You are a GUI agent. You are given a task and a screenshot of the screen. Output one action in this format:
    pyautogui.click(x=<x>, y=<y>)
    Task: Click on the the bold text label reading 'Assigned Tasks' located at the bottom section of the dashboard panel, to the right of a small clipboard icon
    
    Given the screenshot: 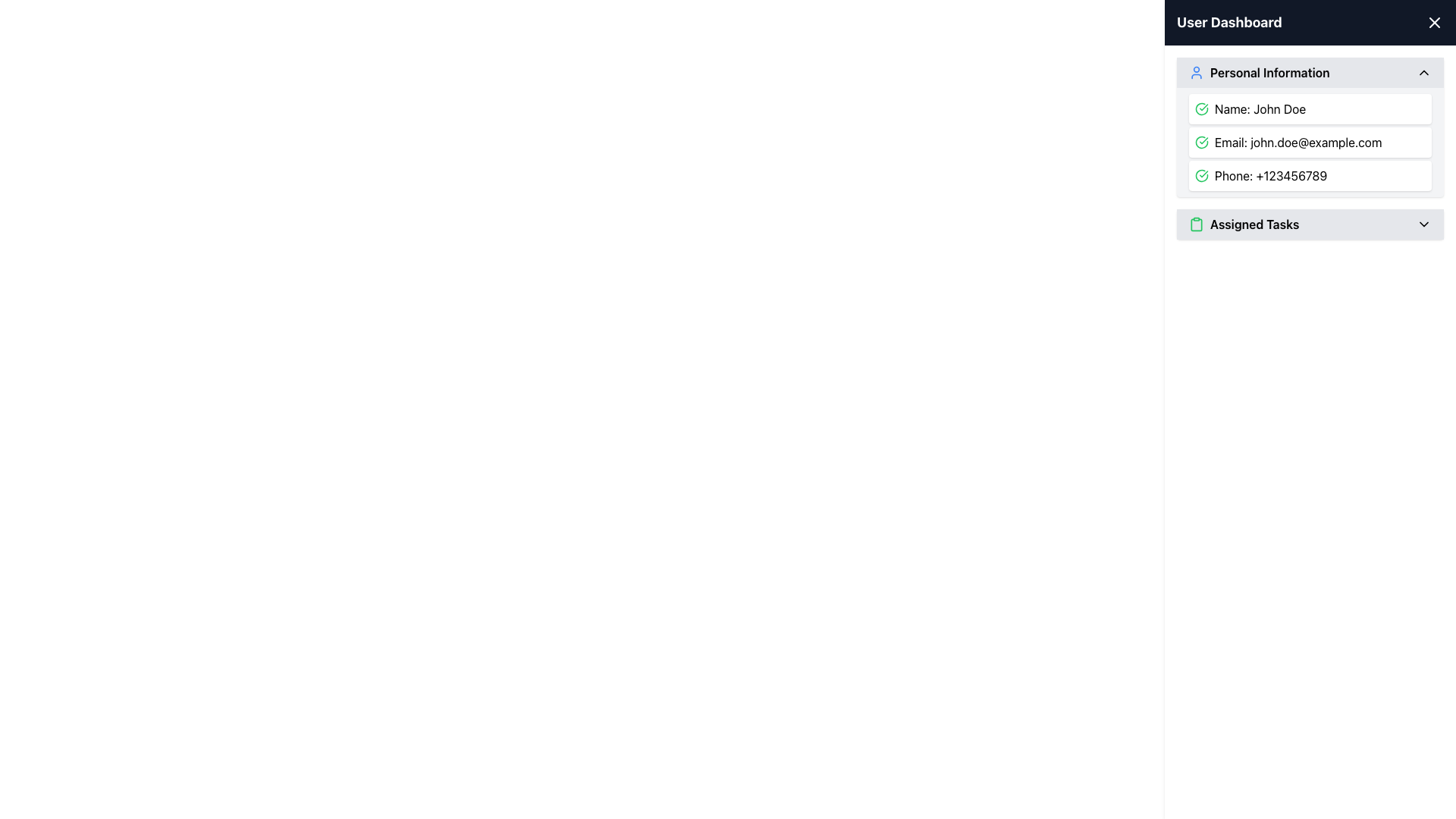 What is the action you would take?
    pyautogui.click(x=1254, y=224)
    